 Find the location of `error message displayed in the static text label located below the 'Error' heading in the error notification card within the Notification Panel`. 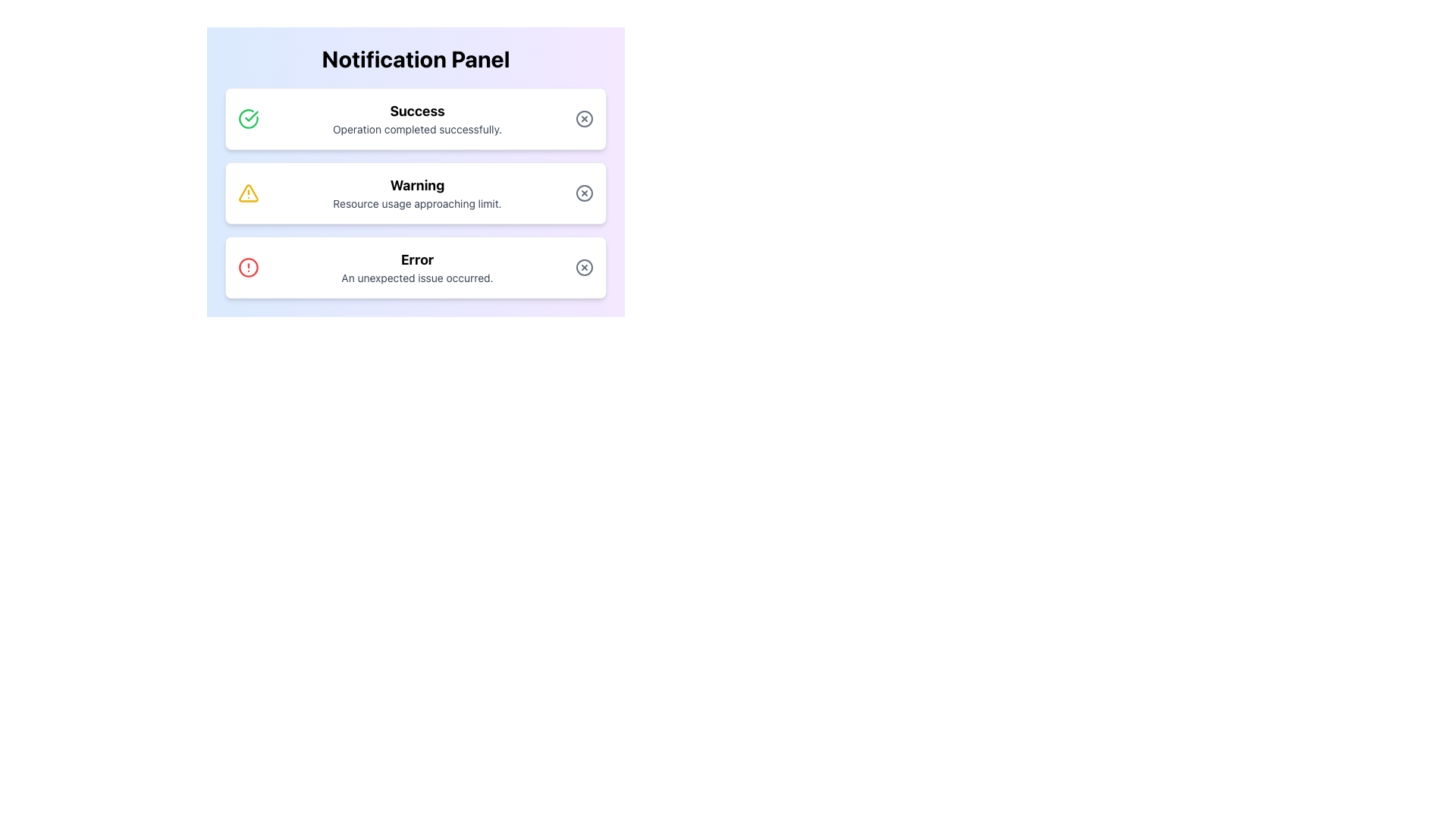

error message displayed in the static text label located below the 'Error' heading in the error notification card within the Notification Panel is located at coordinates (417, 278).